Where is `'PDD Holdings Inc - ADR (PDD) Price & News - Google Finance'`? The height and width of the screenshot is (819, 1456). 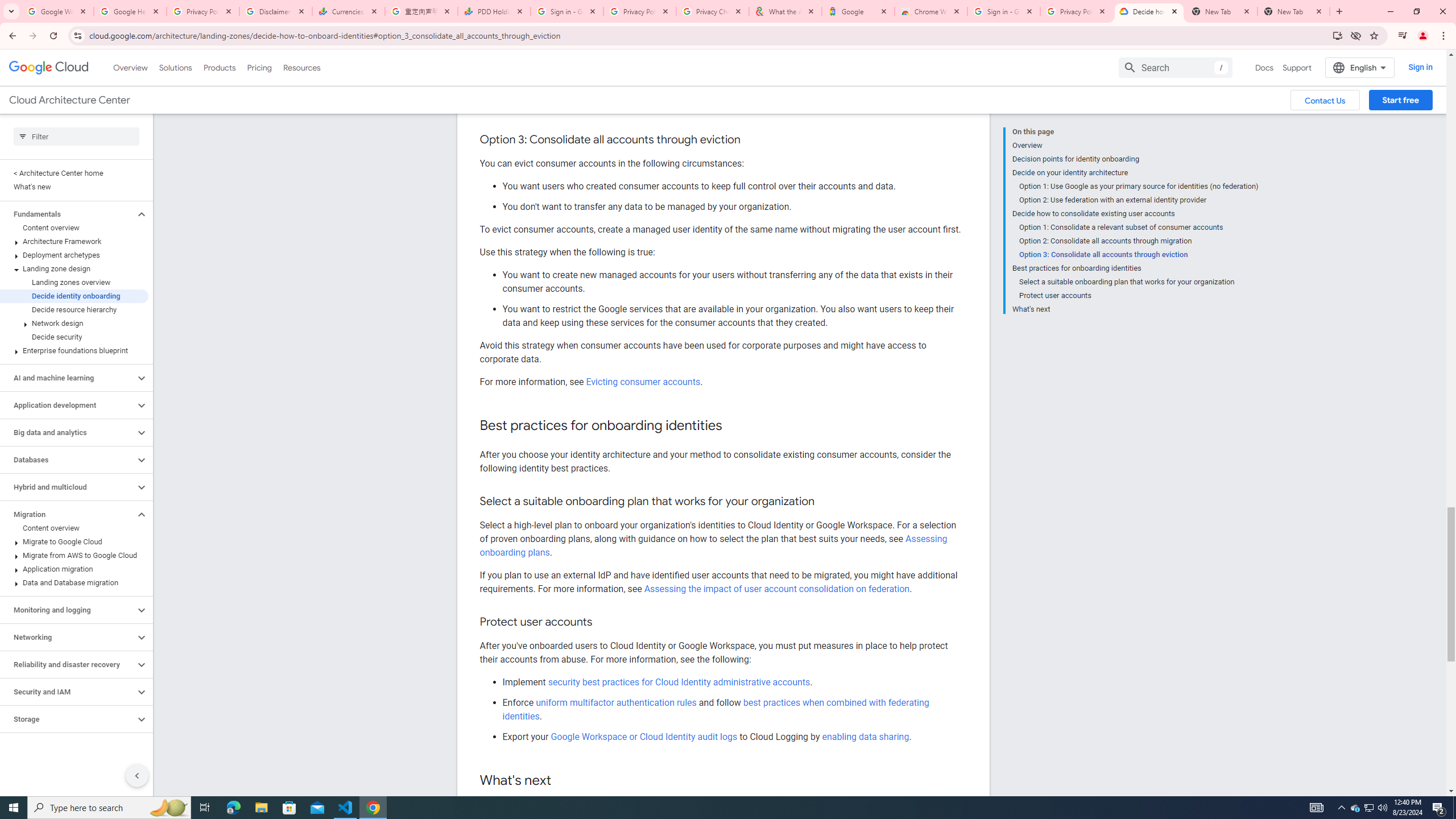 'PDD Holdings Inc - ADR (PDD) Price & News - Google Finance' is located at coordinates (494, 11).